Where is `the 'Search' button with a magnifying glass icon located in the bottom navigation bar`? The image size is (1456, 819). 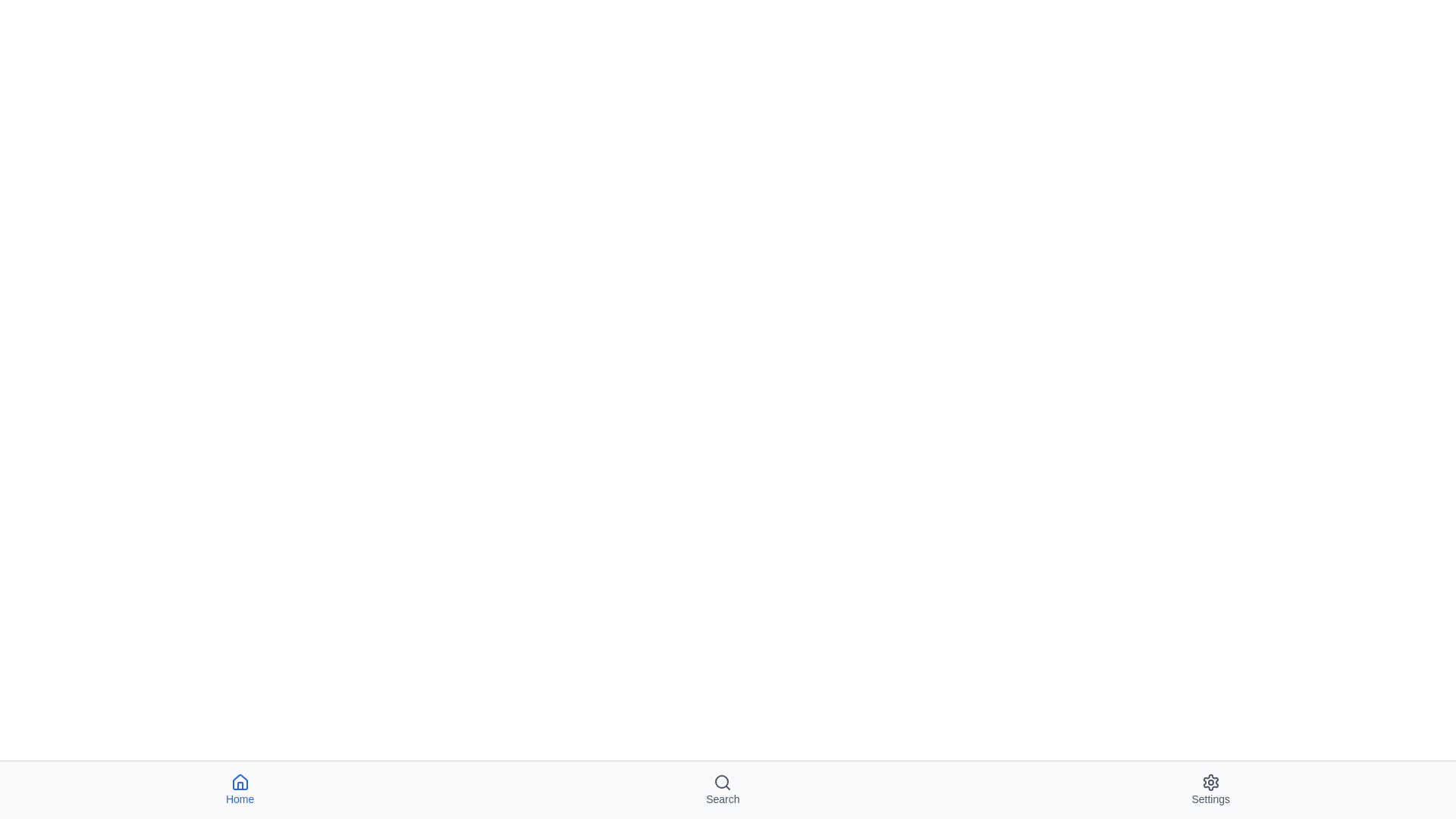
the 'Search' button with a magnifying glass icon located in the bottom navigation bar is located at coordinates (722, 789).